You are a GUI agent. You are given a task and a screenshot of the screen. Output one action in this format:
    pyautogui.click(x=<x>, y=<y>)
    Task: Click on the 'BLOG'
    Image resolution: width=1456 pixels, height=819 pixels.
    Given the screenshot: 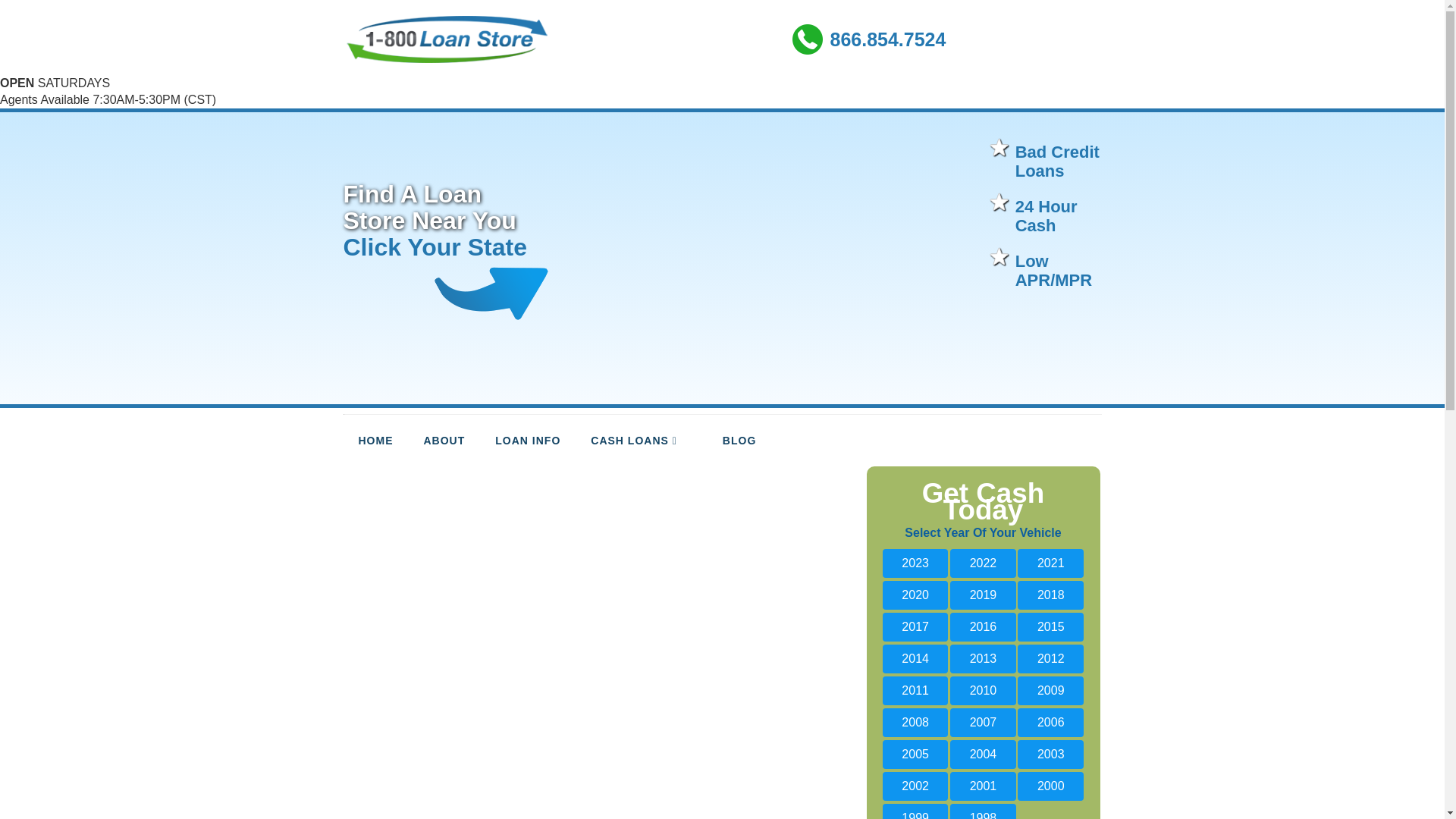 What is the action you would take?
    pyautogui.click(x=739, y=441)
    